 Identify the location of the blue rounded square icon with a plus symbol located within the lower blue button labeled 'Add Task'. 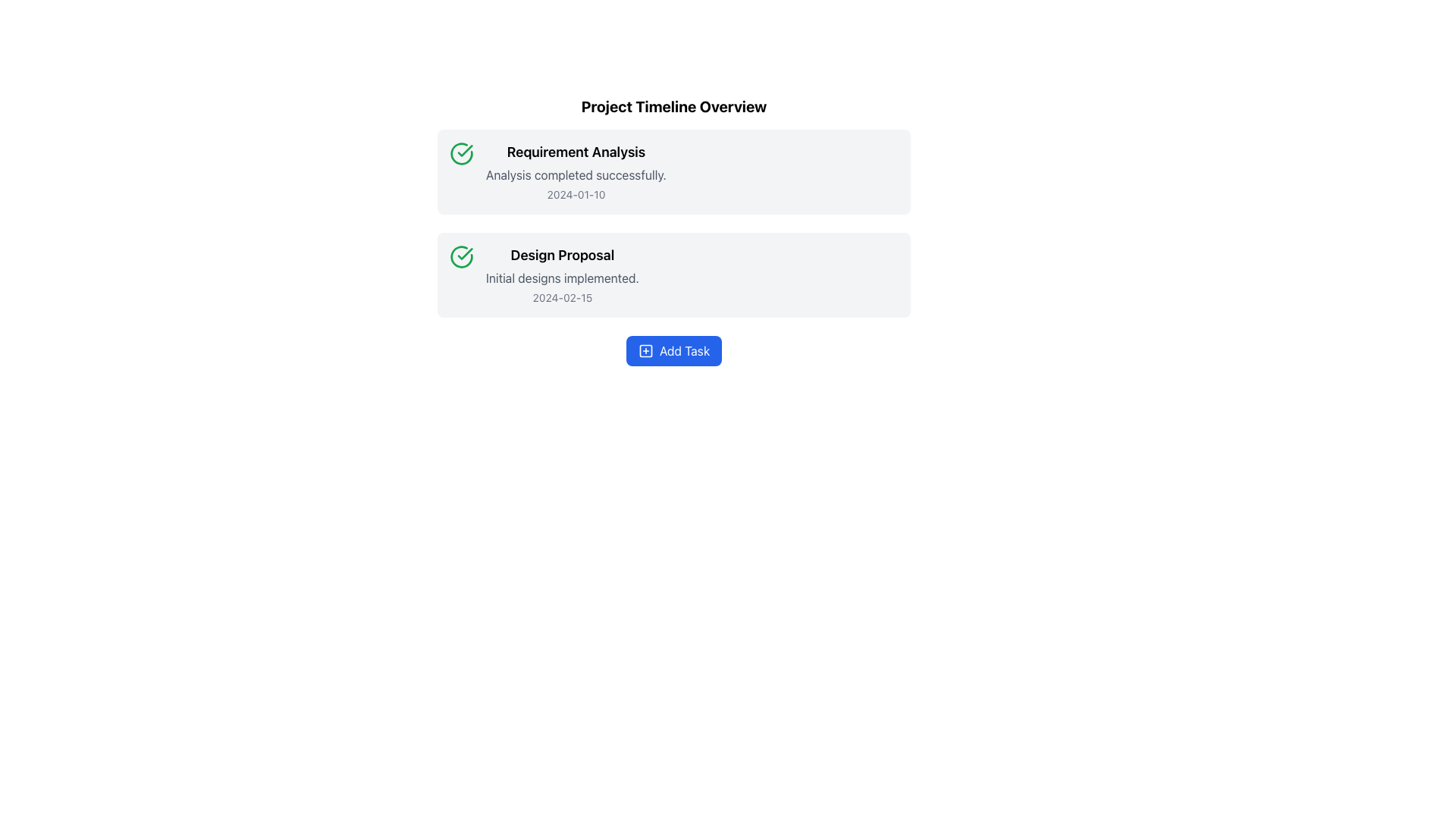
(645, 350).